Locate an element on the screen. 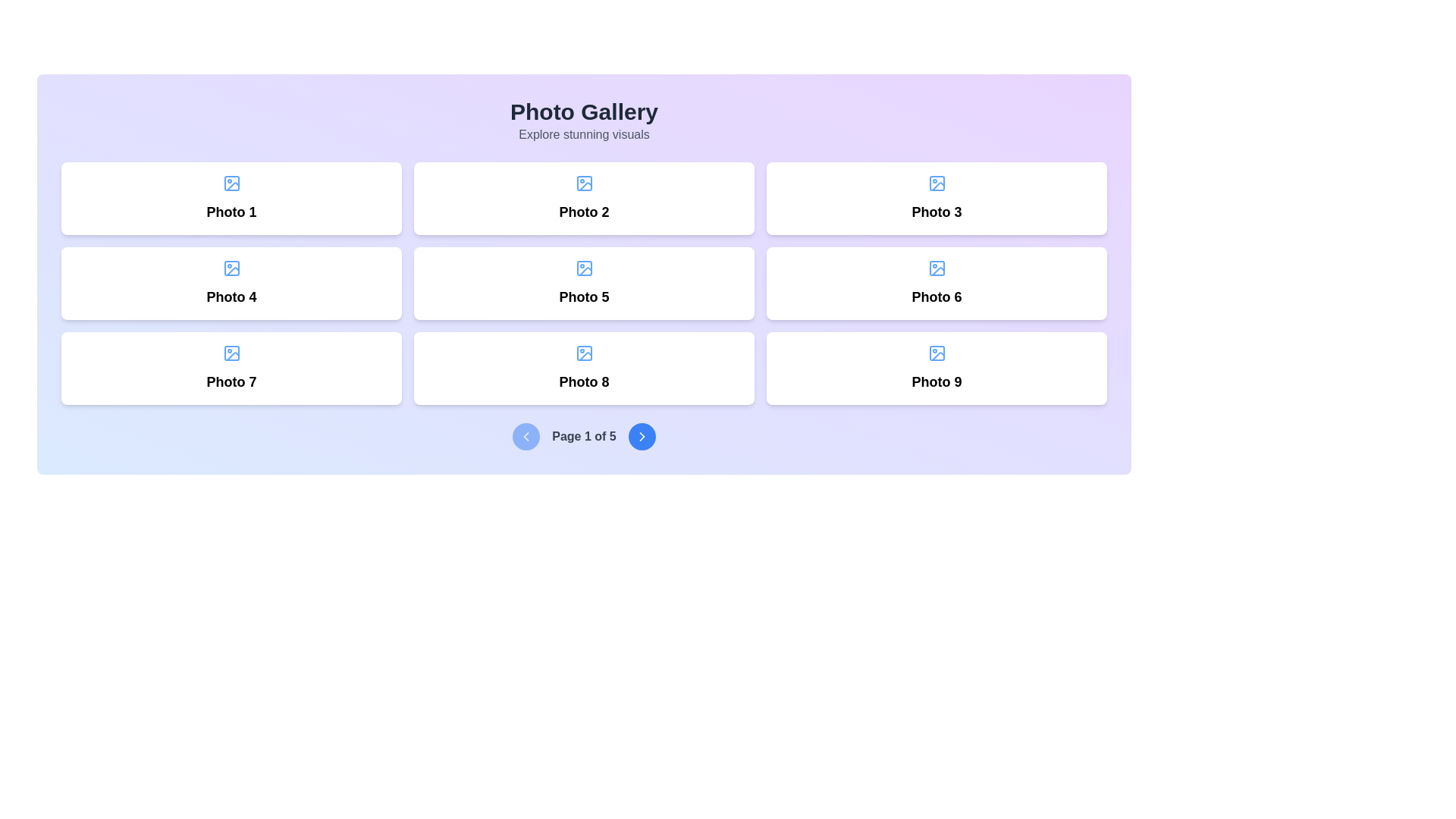 This screenshot has height=819, width=1456. the placeholder icon for the image located centrally within the card labeled 'Photo 9' is located at coordinates (936, 353).